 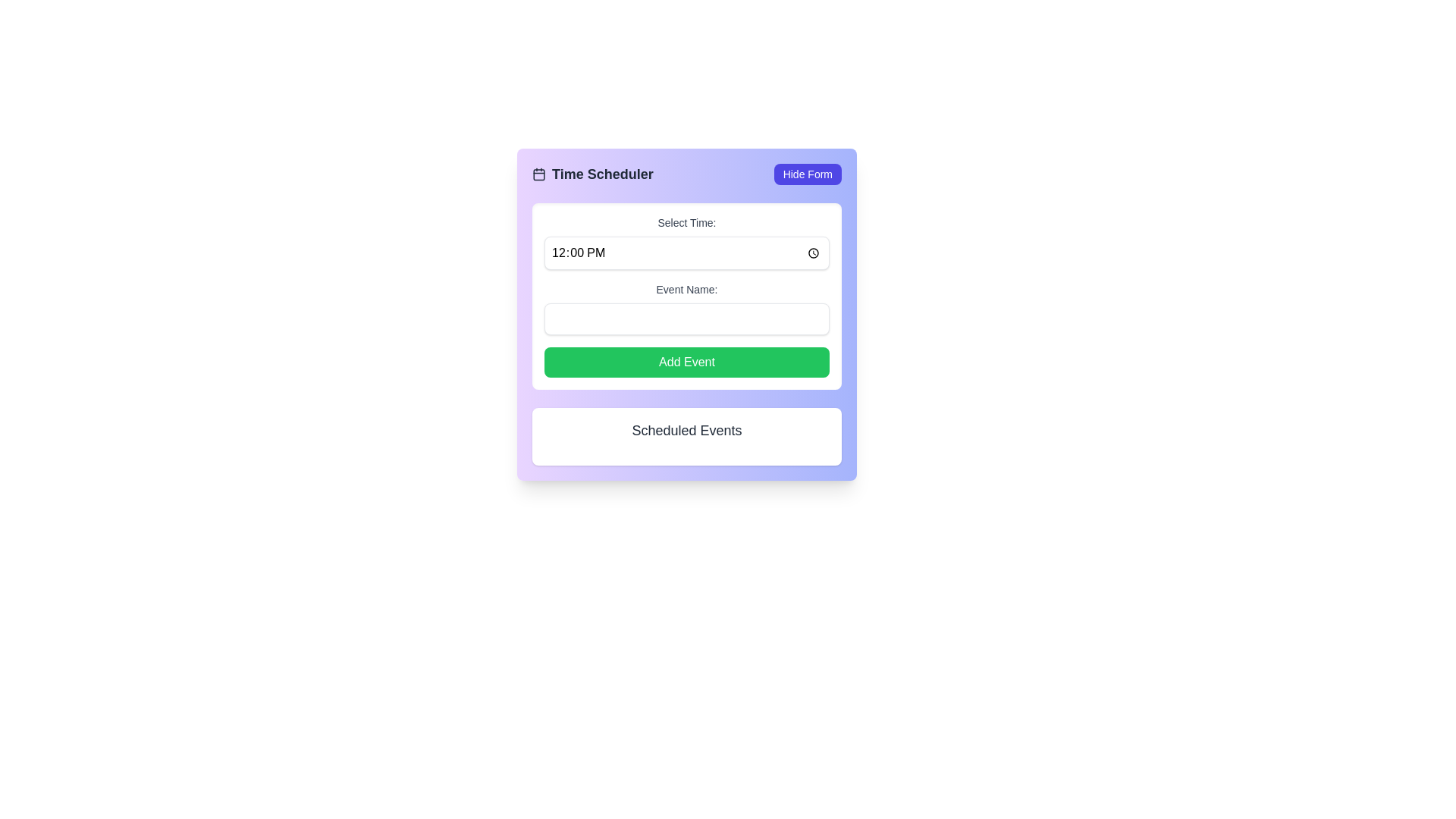 I want to click on the 'Hide Form' button at the top section of the card layout, so click(x=686, y=174).